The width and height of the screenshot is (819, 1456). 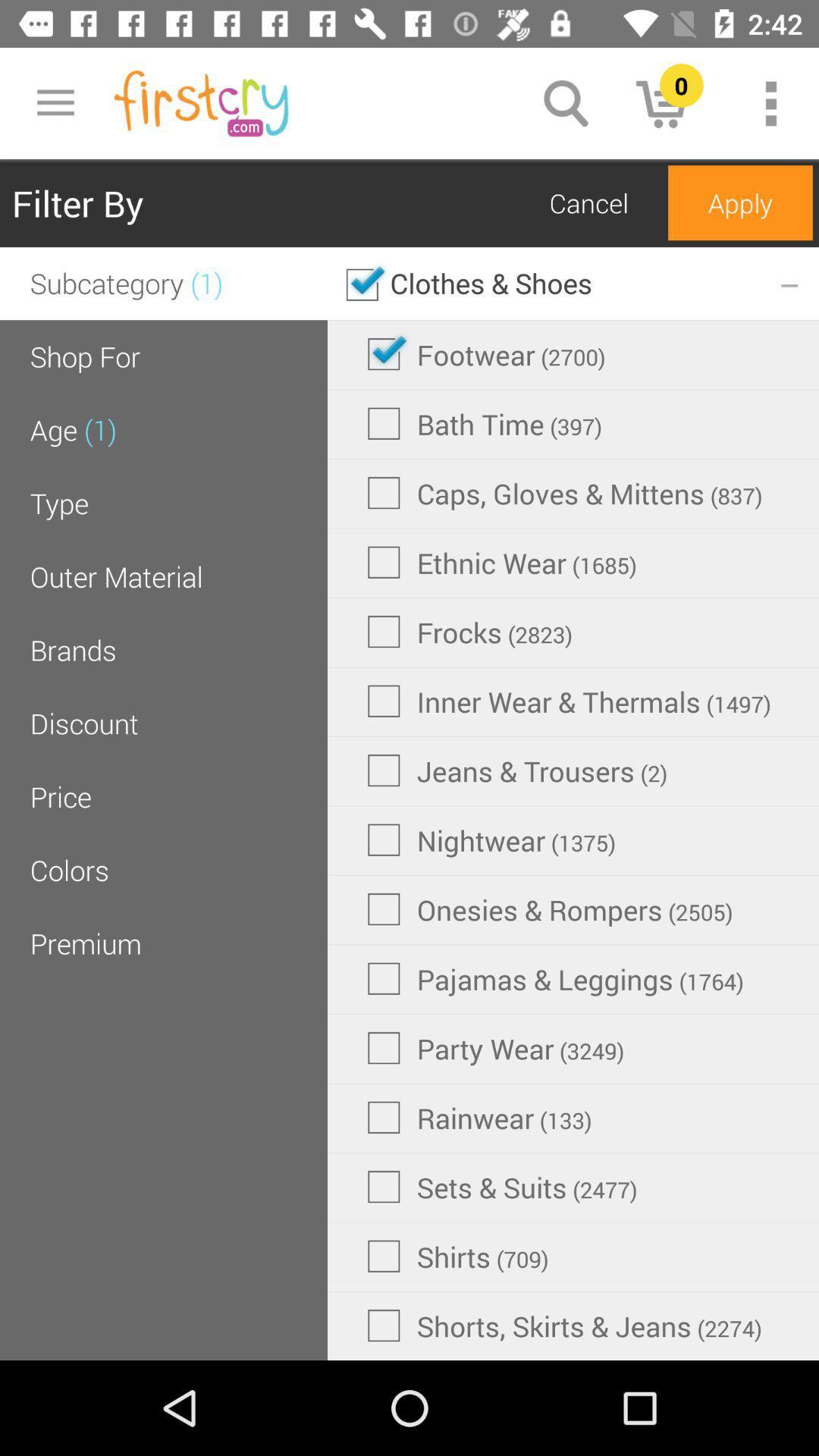 What do you see at coordinates (550, 909) in the screenshot?
I see `the icon to the right of the premium item` at bounding box center [550, 909].